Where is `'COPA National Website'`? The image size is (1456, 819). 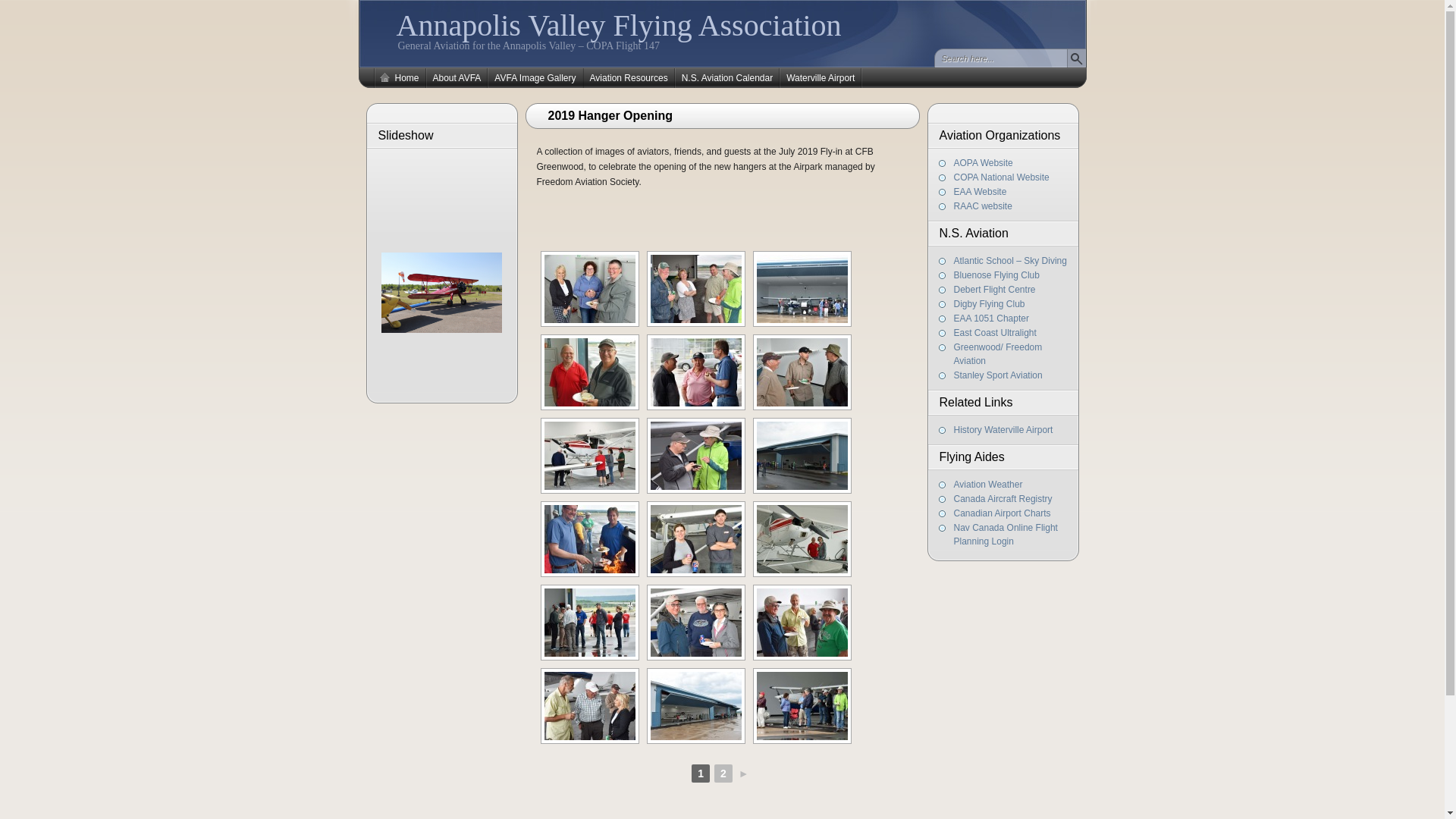
'COPA National Website' is located at coordinates (1001, 177).